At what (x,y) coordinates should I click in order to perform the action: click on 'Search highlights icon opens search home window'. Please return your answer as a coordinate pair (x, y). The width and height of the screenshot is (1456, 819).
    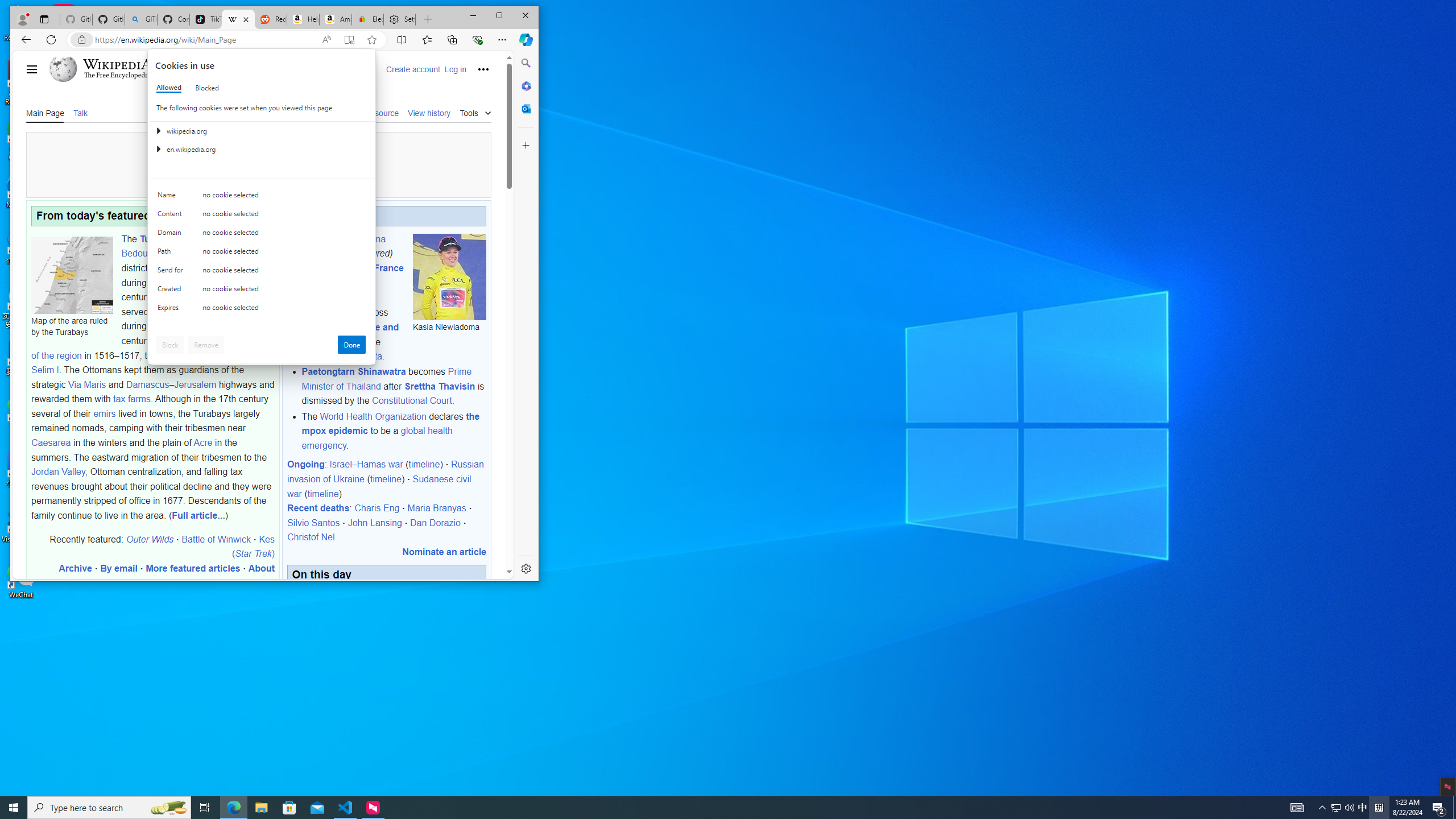
    Looking at the image, I should click on (167, 806).